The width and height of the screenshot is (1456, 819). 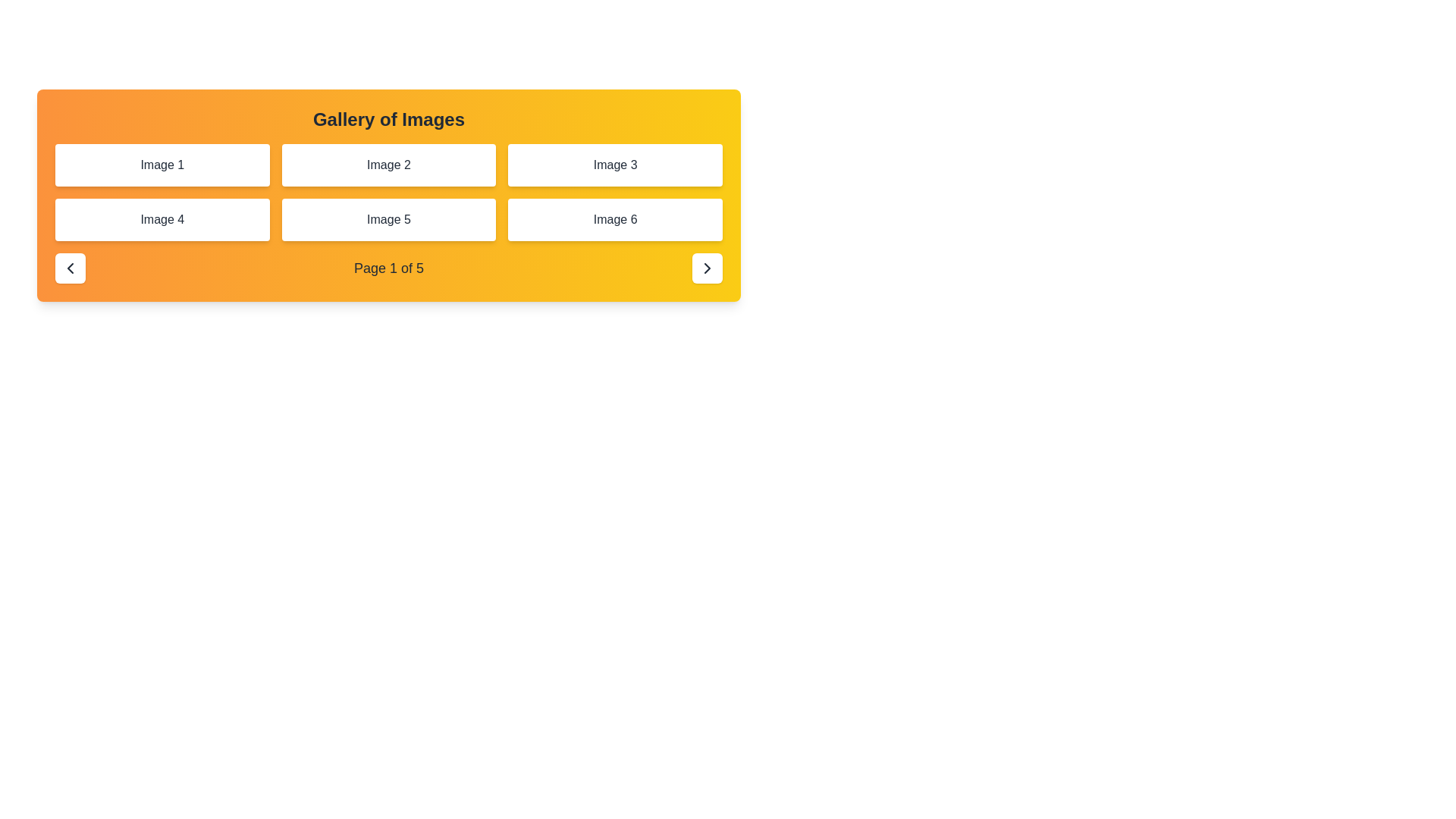 I want to click on the left chevron SVG icon located inside the first button from the left in the bottom navigation row of the gallery interface, so click(x=69, y=268).